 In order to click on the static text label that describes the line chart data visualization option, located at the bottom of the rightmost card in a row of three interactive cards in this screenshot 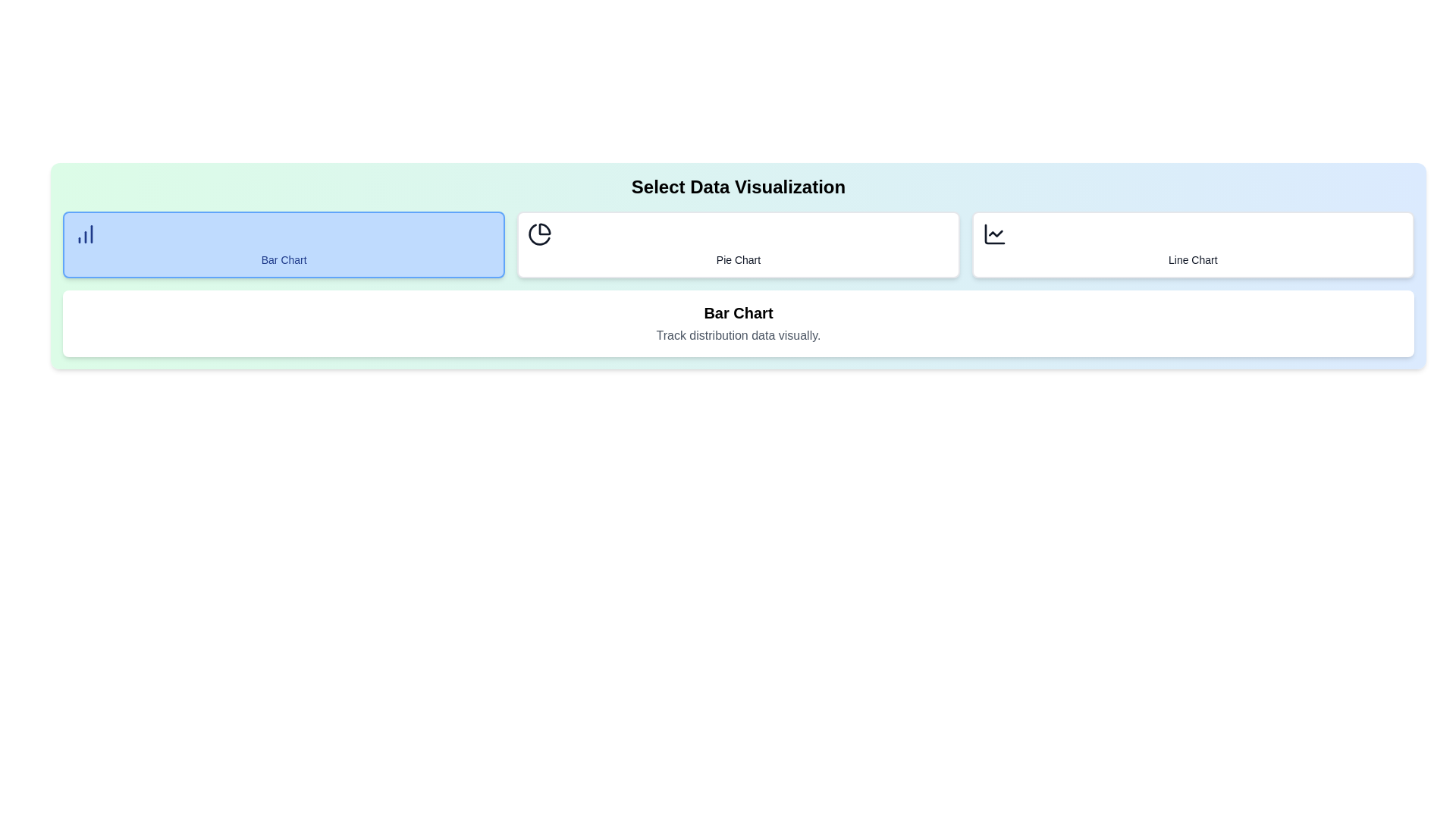, I will do `click(1192, 259)`.